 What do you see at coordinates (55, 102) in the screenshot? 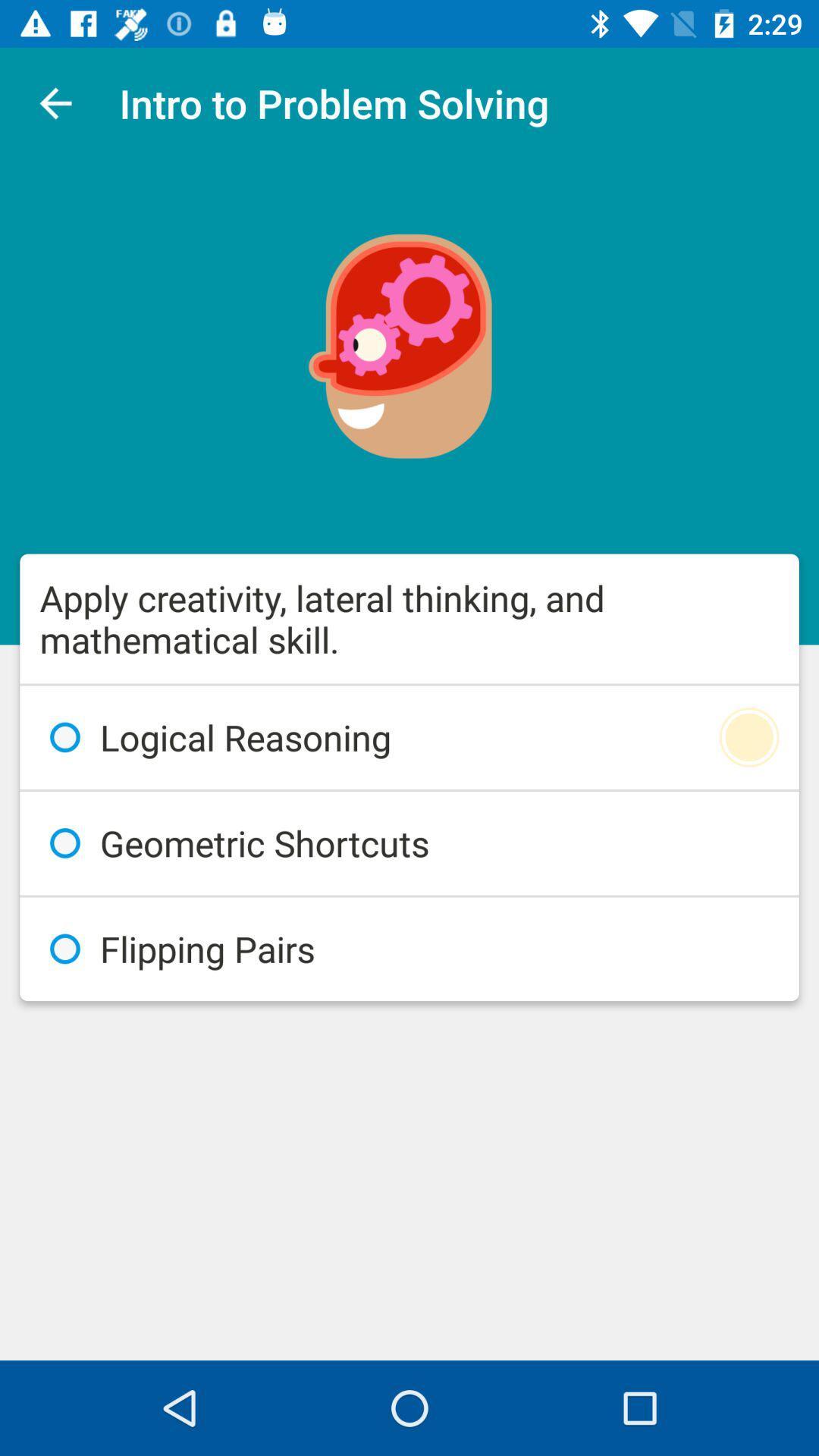
I see `icon to the left of the intro to problem icon` at bounding box center [55, 102].